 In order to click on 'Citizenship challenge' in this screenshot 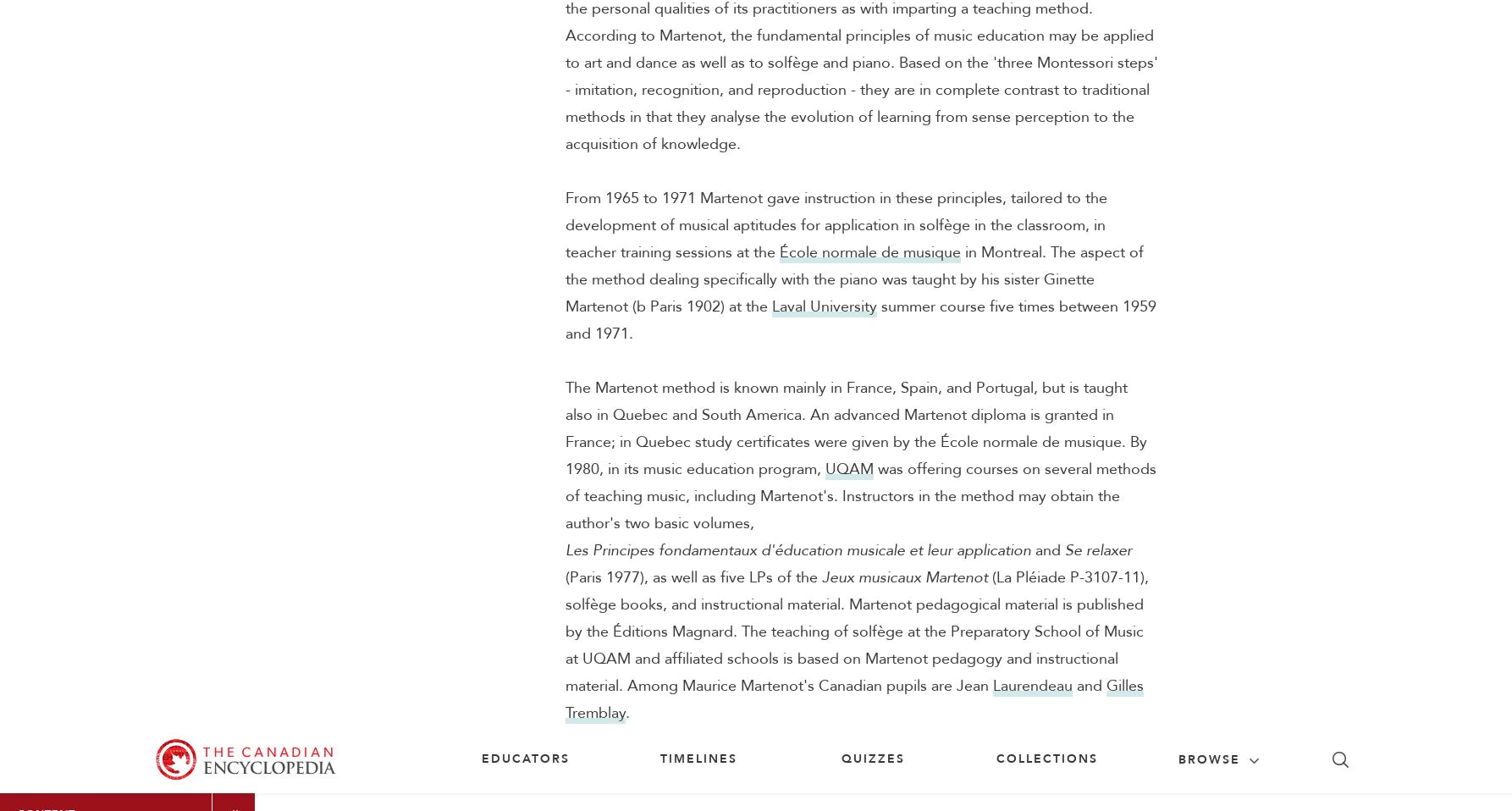, I will do `click(1267, 698)`.